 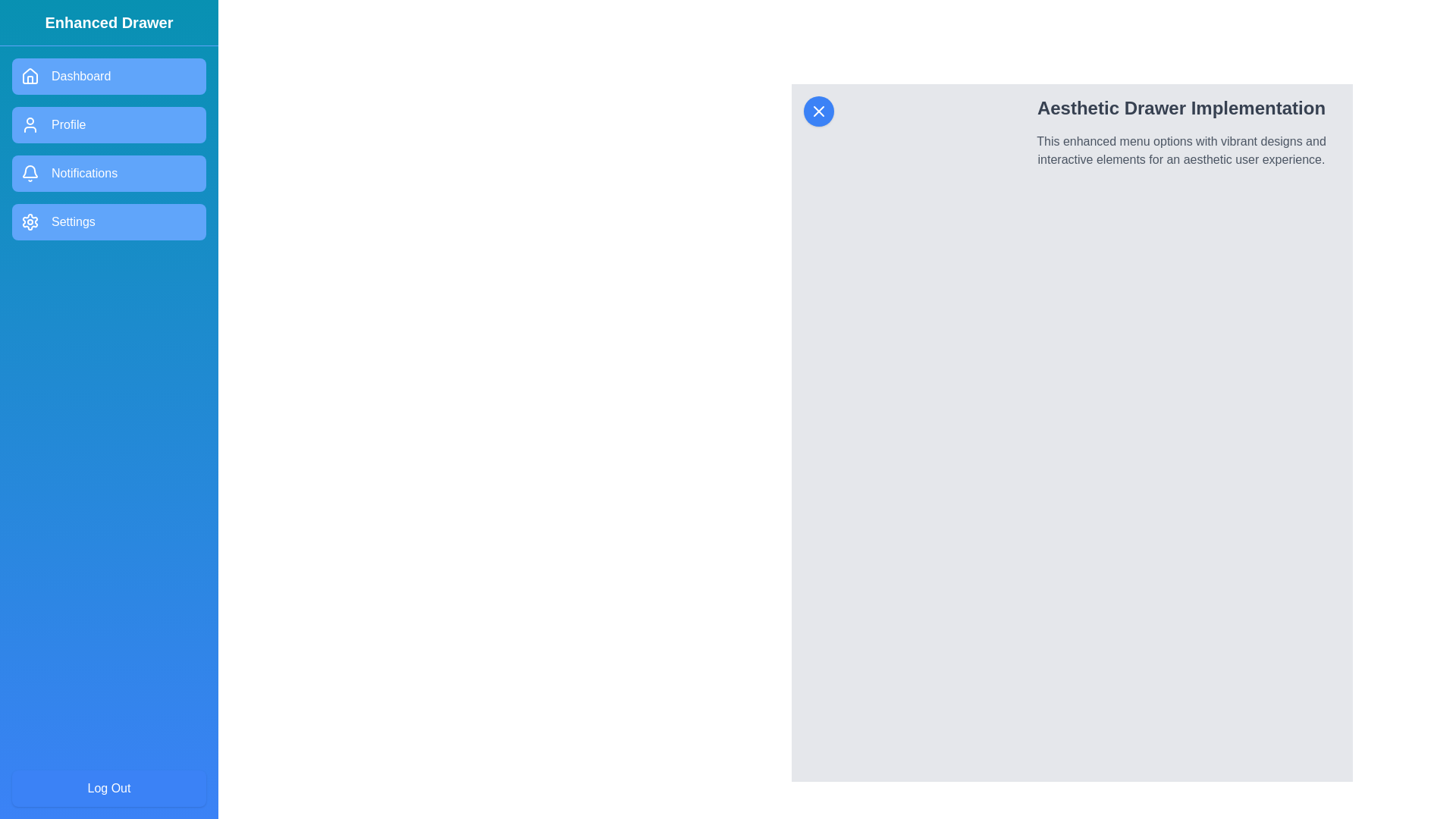 What do you see at coordinates (108, 222) in the screenshot?
I see `the 'Settings' button, which is a rectangular button with rounded corners and a blue background, located below the 'Notifications' button in the sidebar` at bounding box center [108, 222].